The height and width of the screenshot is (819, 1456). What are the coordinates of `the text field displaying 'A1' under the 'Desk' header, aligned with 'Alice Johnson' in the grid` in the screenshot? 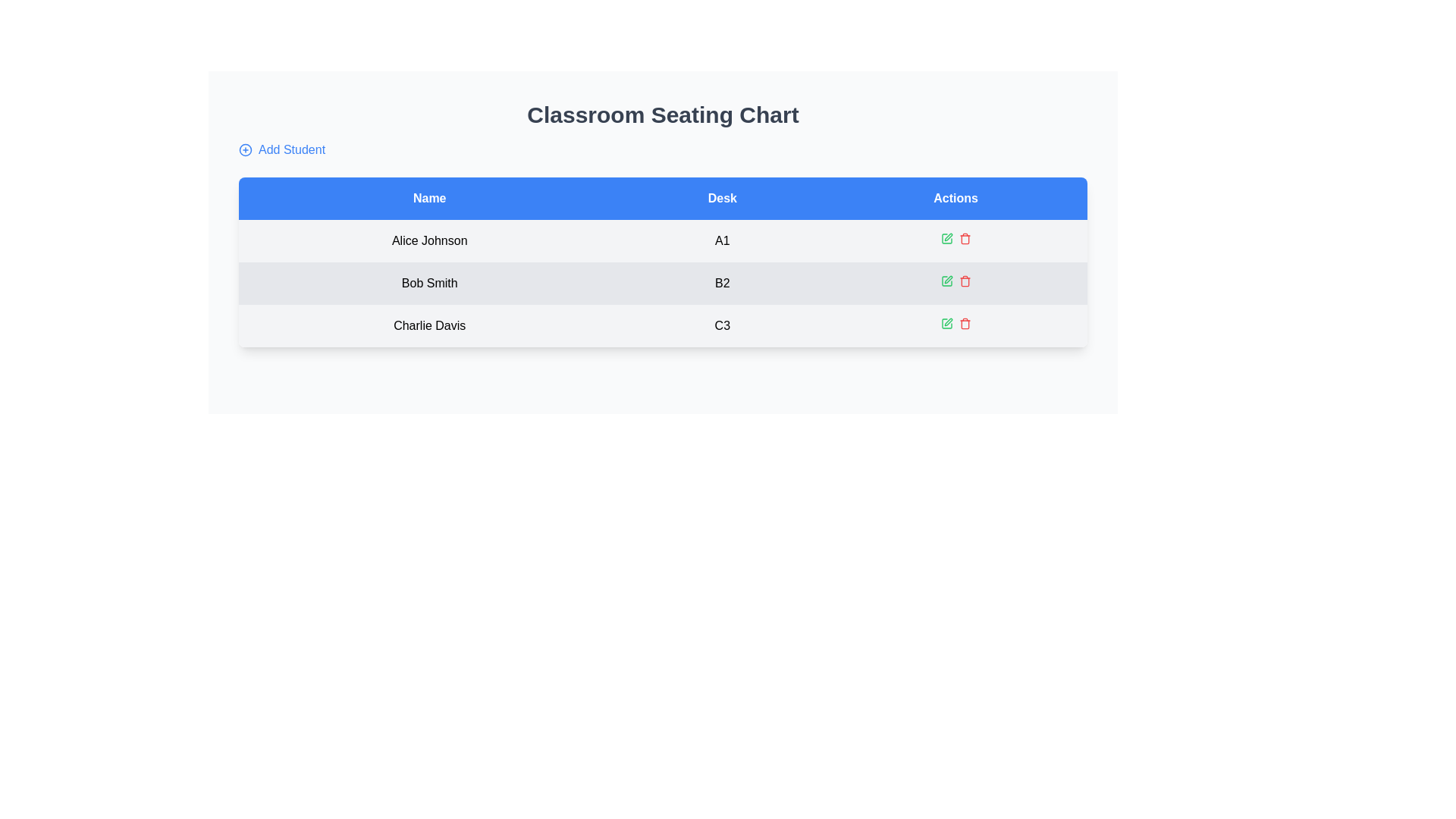 It's located at (721, 240).